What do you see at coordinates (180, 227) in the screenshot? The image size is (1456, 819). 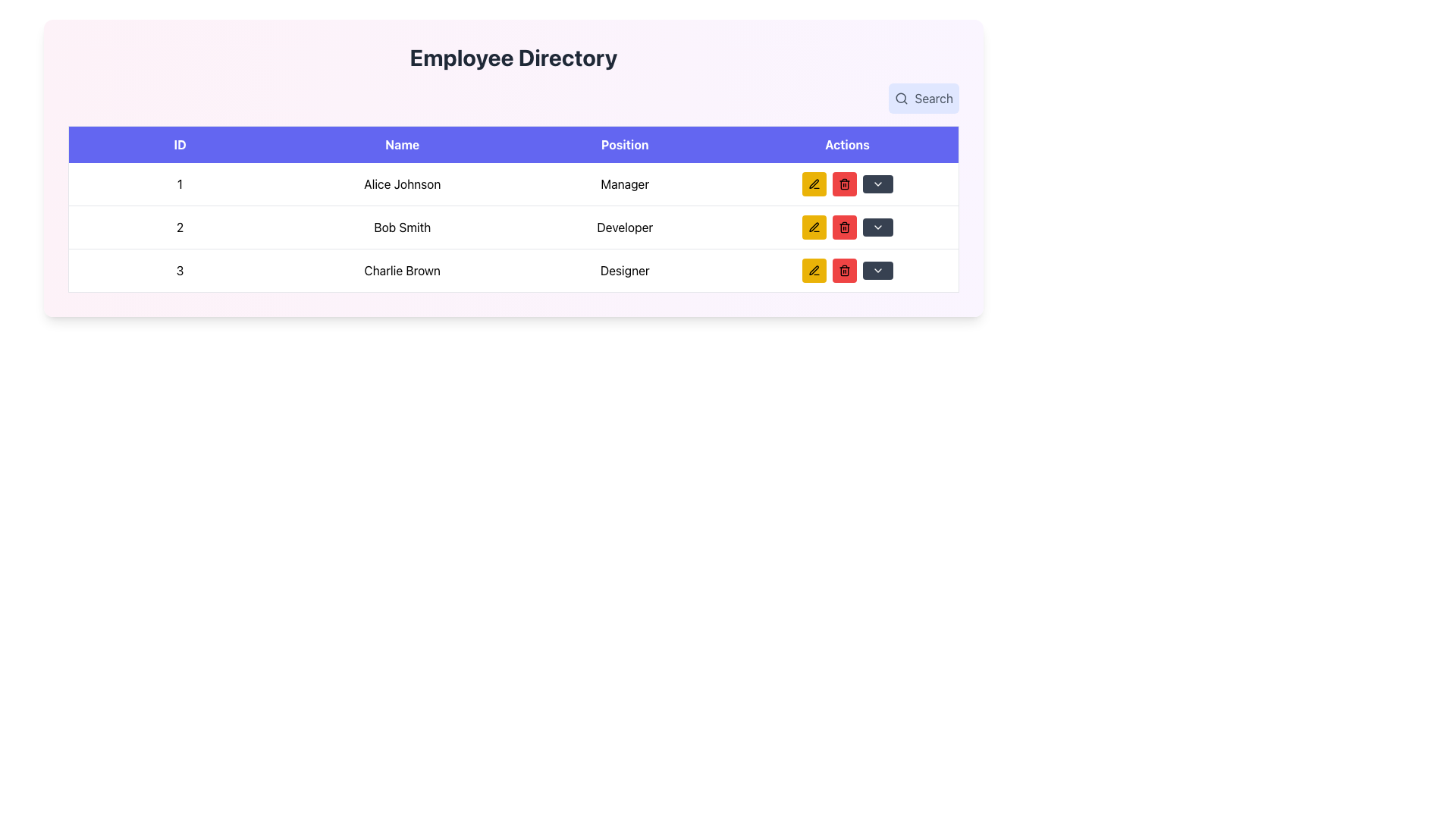 I see `the text element displaying the number '2' in black, located in the second row under the 'ID' column, to the left of 'Bob Smith' and 'Developer'` at bounding box center [180, 227].